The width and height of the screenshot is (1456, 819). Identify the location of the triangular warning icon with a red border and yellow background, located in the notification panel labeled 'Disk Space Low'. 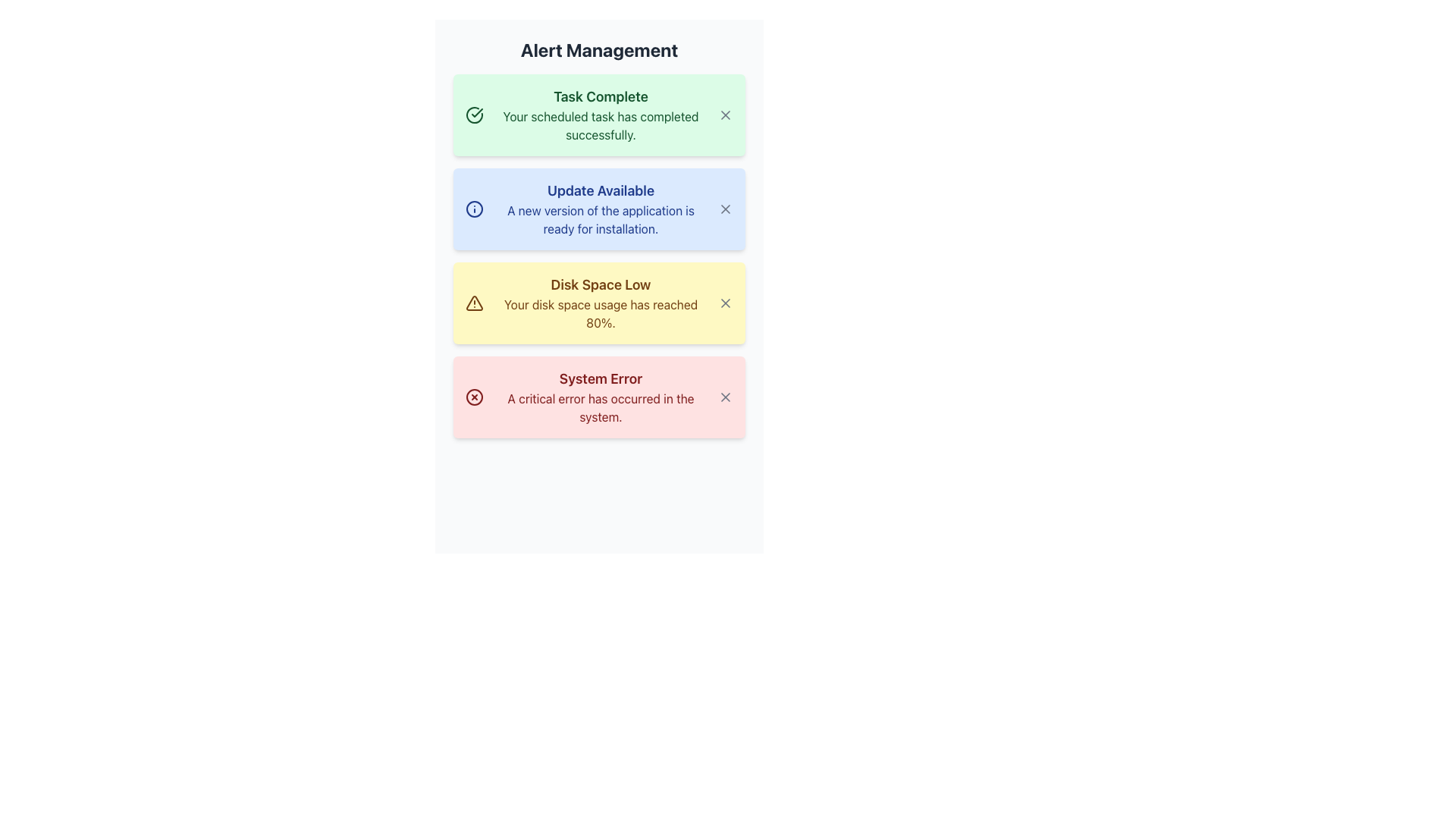
(473, 303).